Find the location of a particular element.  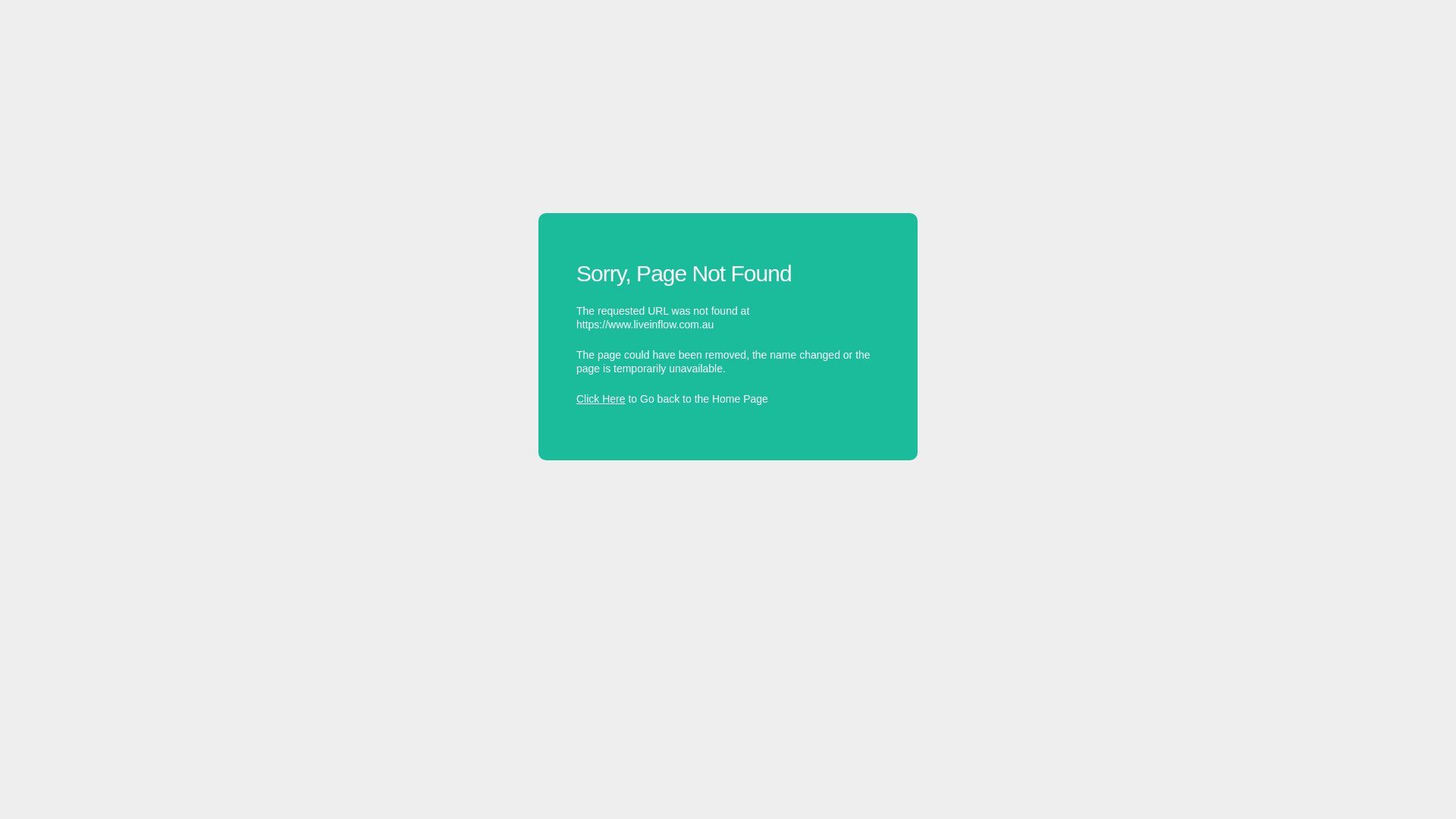

'Click Here' is located at coordinates (600, 397).